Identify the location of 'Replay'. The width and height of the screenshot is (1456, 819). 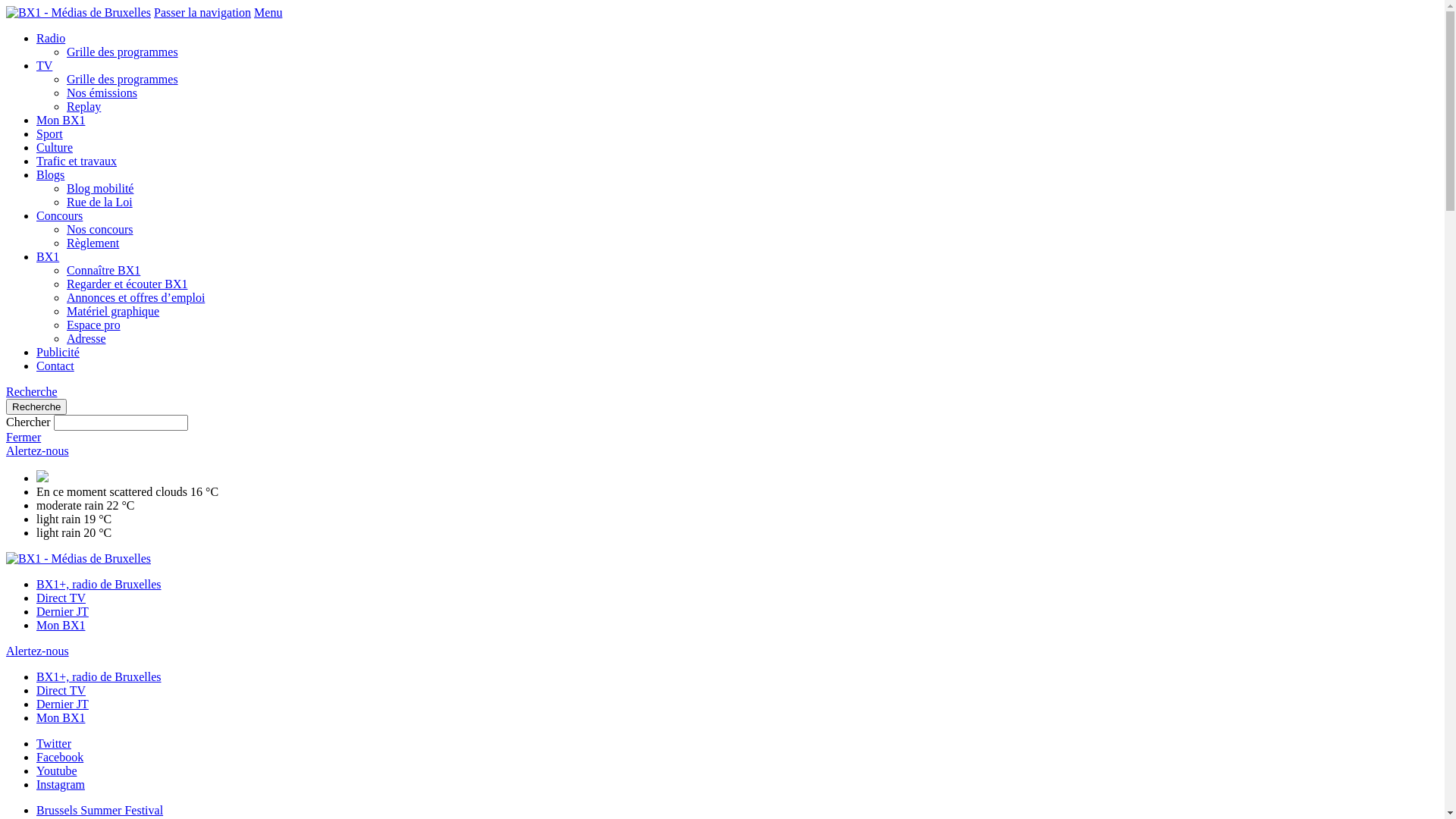
(65, 105).